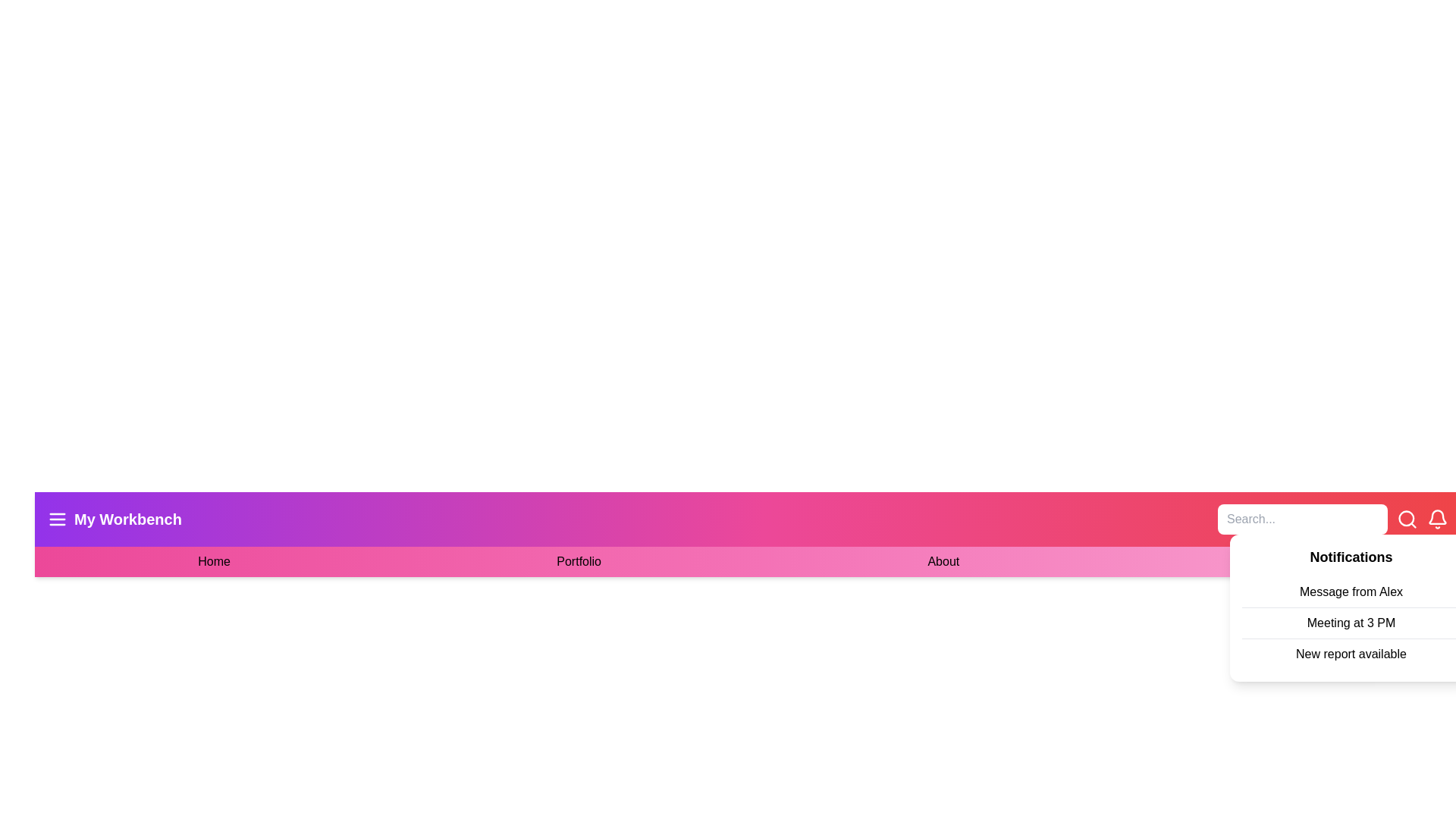 This screenshot has height=819, width=1456. Describe the element at coordinates (213, 561) in the screenshot. I see `the first navigation Text link that directs users to the homepage or main section of the application` at that location.